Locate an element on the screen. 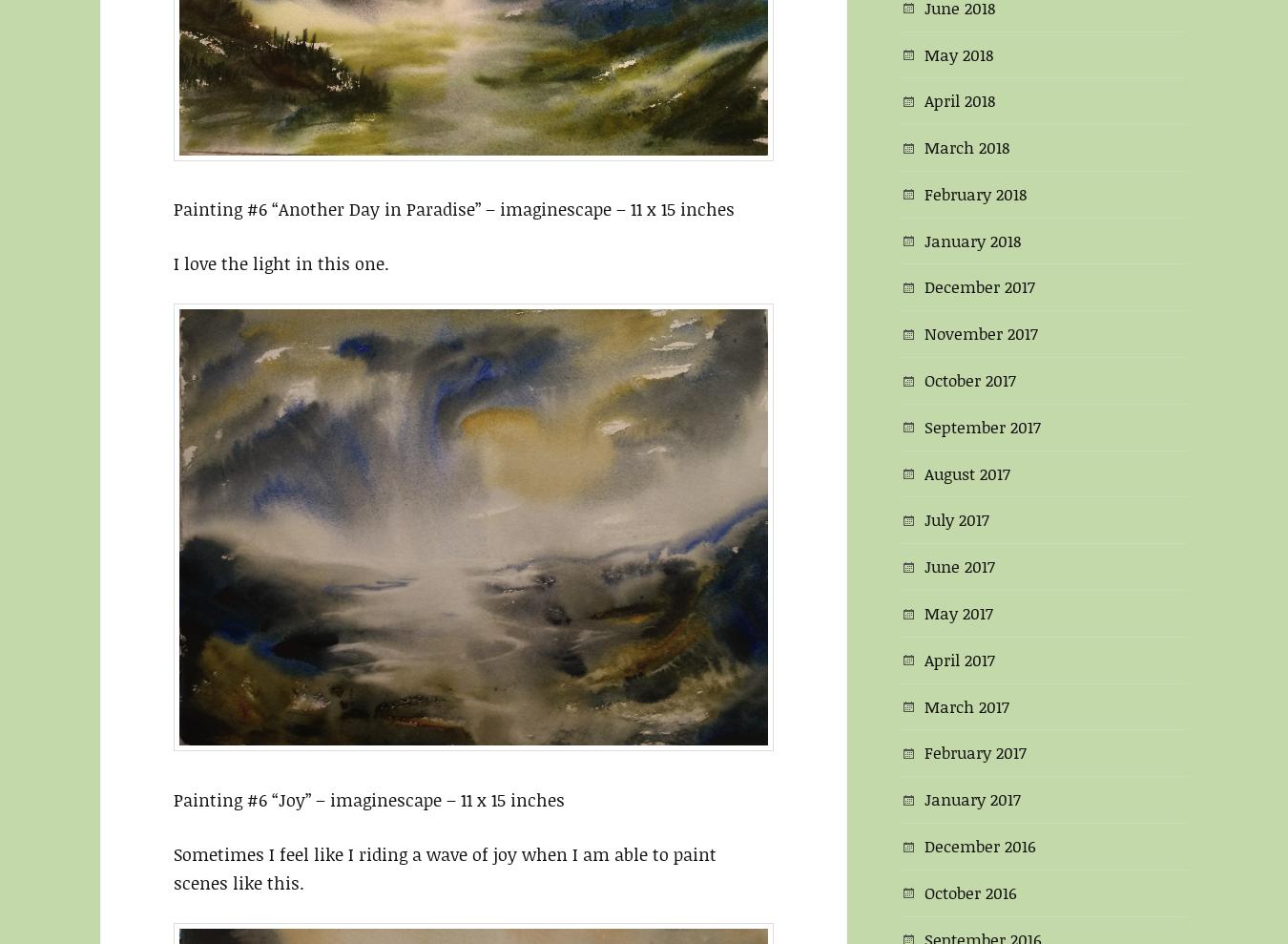 The height and width of the screenshot is (944, 1288). 'February 2018' is located at coordinates (975, 192).